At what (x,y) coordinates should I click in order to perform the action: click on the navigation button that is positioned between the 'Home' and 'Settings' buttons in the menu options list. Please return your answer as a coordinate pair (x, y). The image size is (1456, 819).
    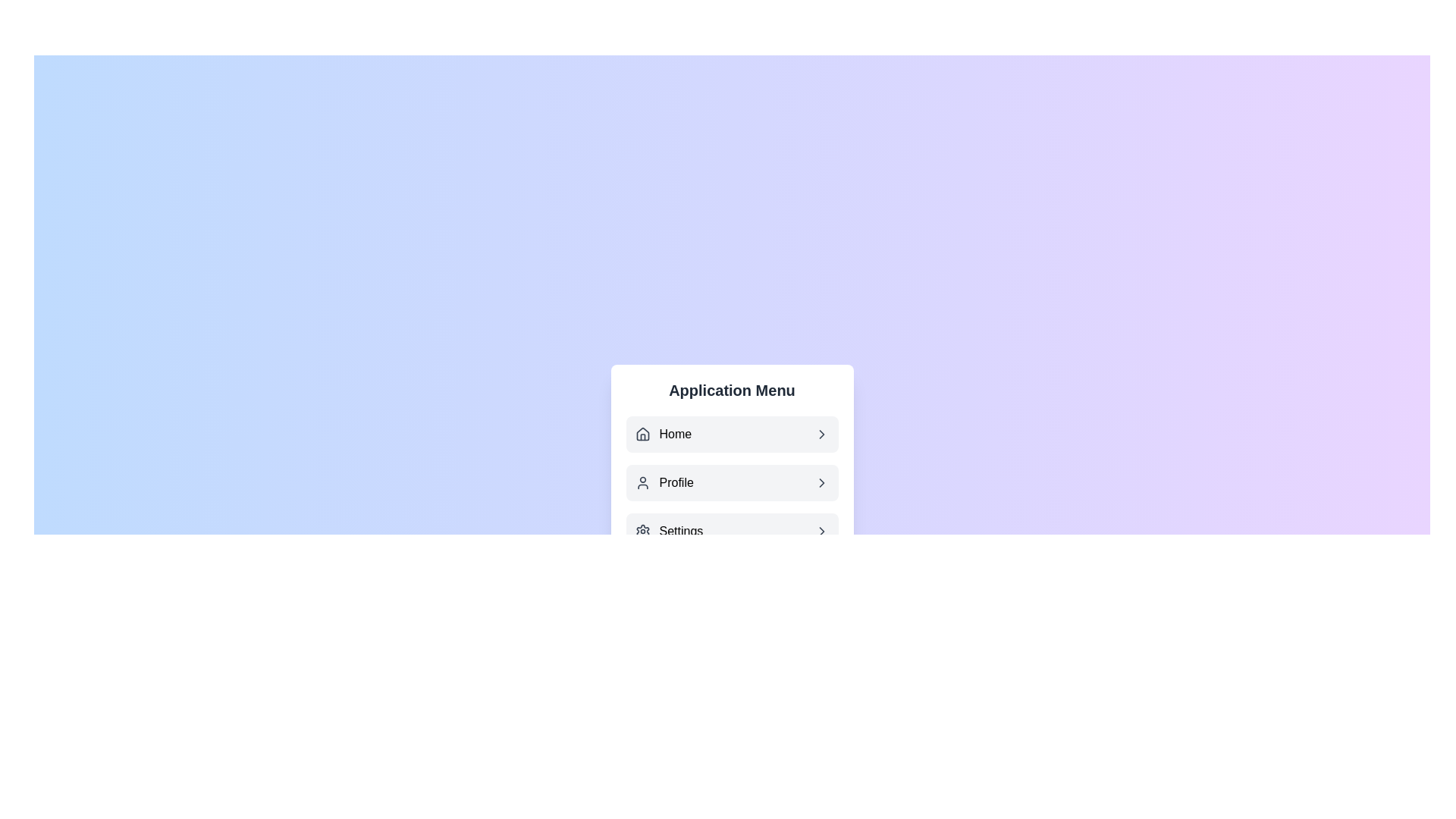
    Looking at the image, I should click on (732, 482).